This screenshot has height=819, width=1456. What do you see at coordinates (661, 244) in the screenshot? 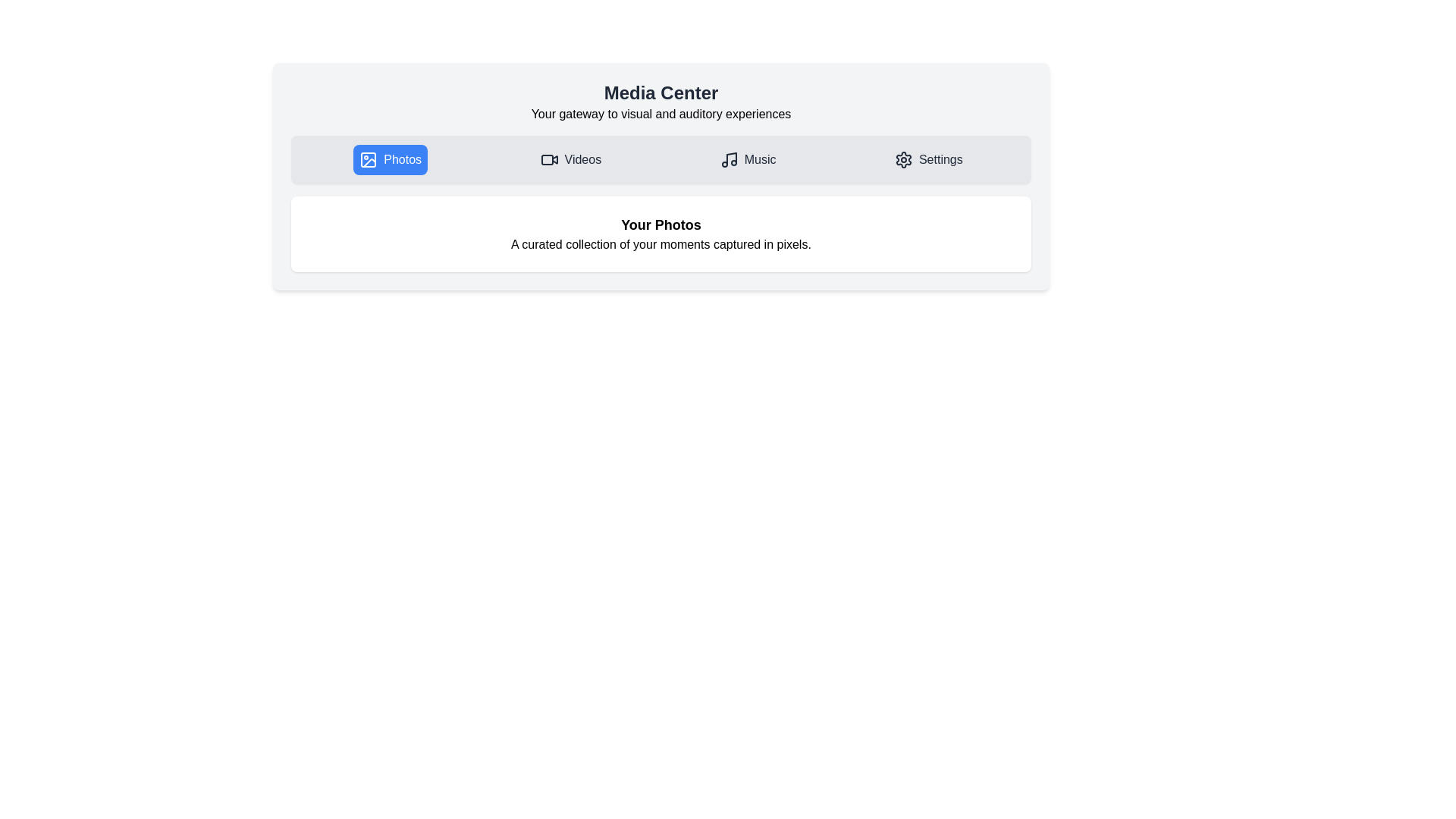
I see `the Text Label that provides a descriptive subtitle for the 'Your Photos' section, located directly beneath the 'Your Photos' element` at bounding box center [661, 244].